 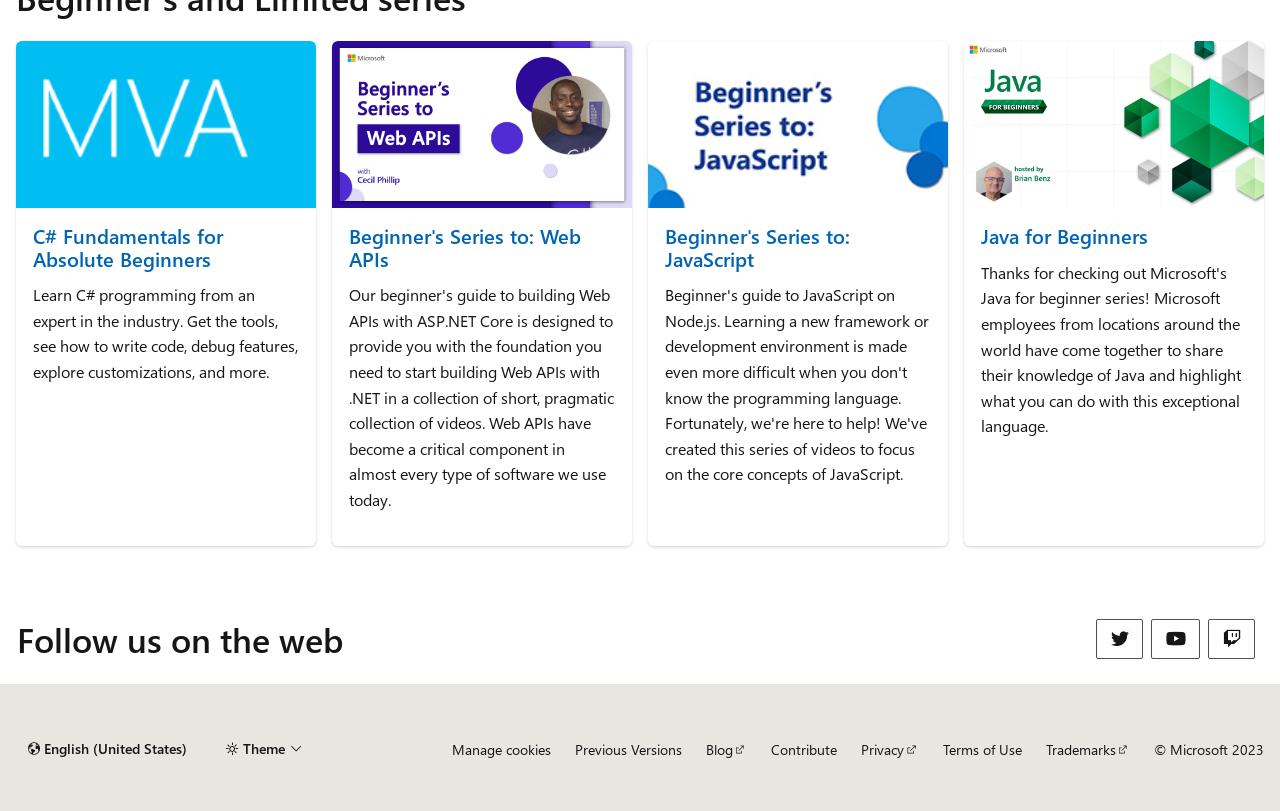 I want to click on 'Manage cookies', so click(x=449, y=748).